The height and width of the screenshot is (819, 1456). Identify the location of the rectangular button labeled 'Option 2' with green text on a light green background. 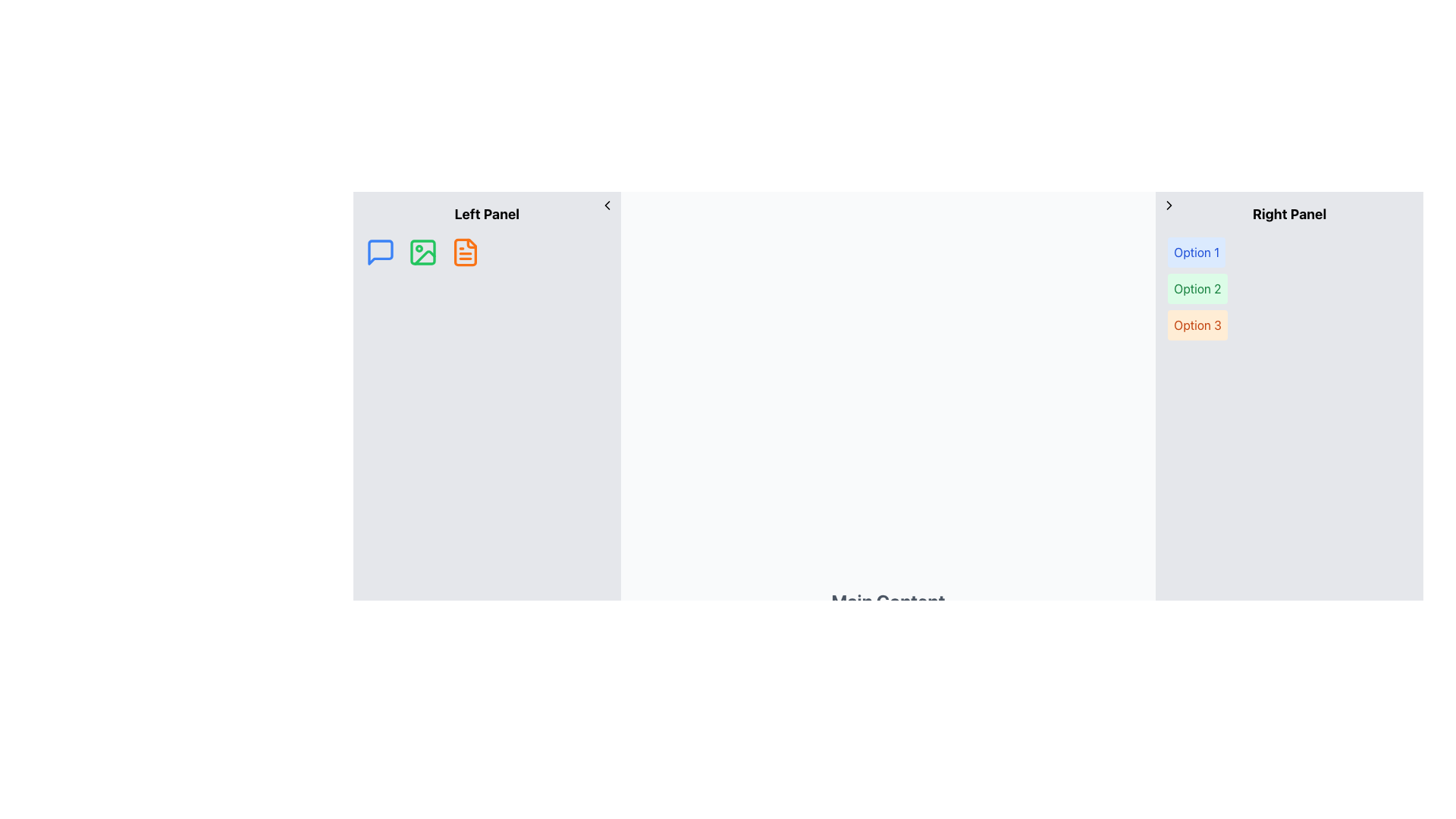
(1197, 289).